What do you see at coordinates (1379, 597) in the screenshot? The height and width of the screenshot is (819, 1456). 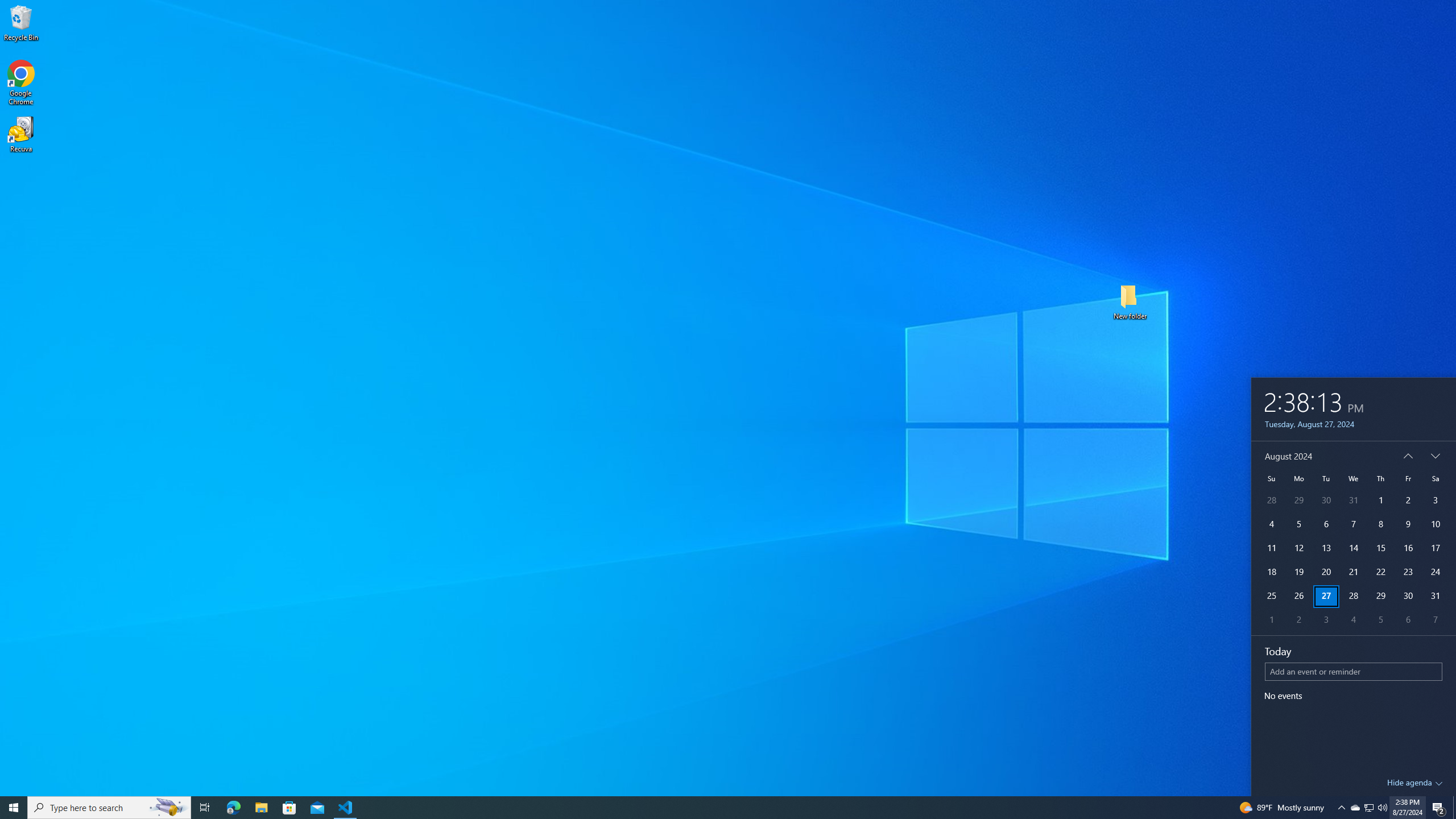 I see `'29'` at bounding box center [1379, 597].